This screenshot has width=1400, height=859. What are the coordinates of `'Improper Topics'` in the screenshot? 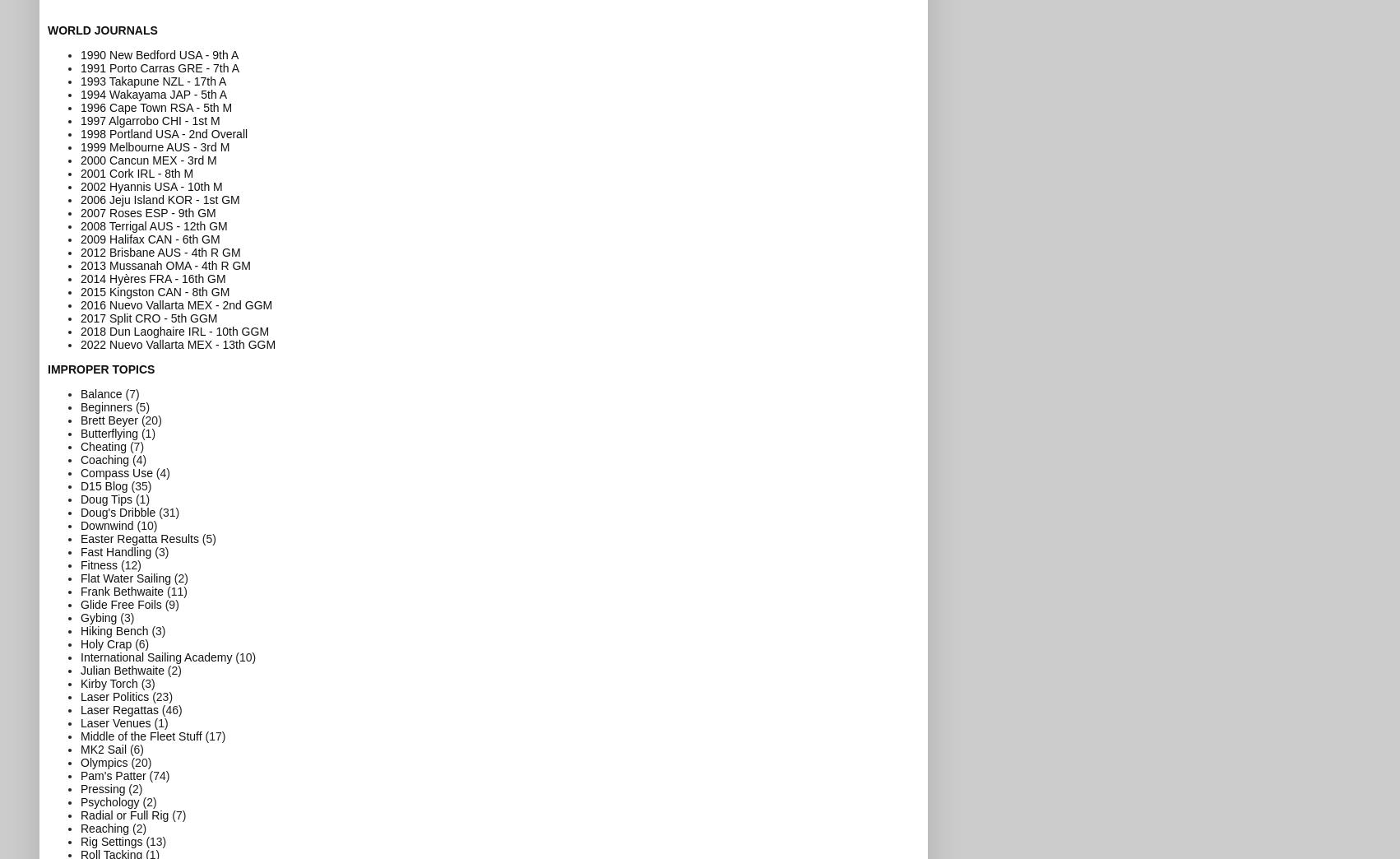 It's located at (48, 367).